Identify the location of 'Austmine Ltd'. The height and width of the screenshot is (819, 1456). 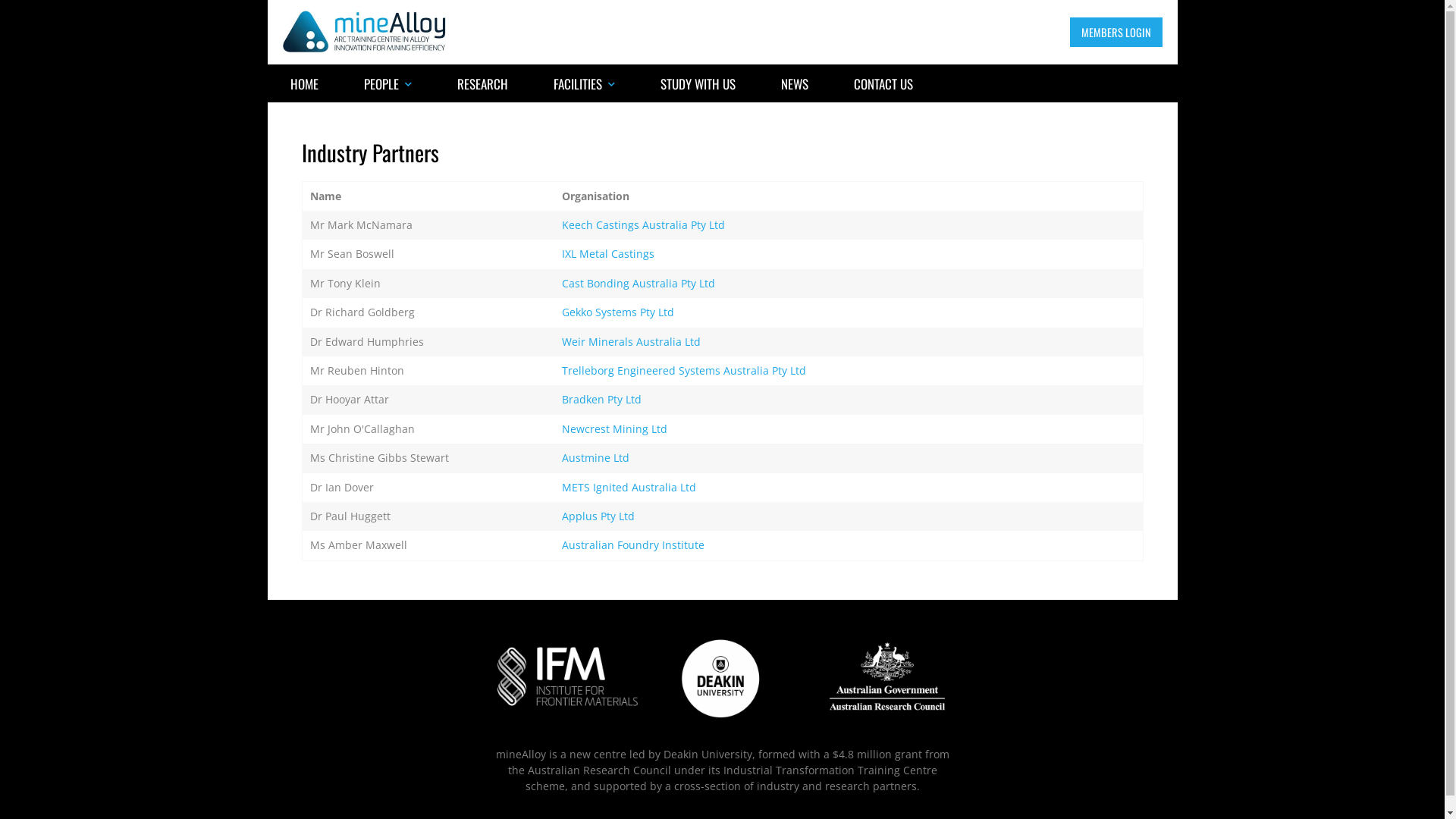
(595, 457).